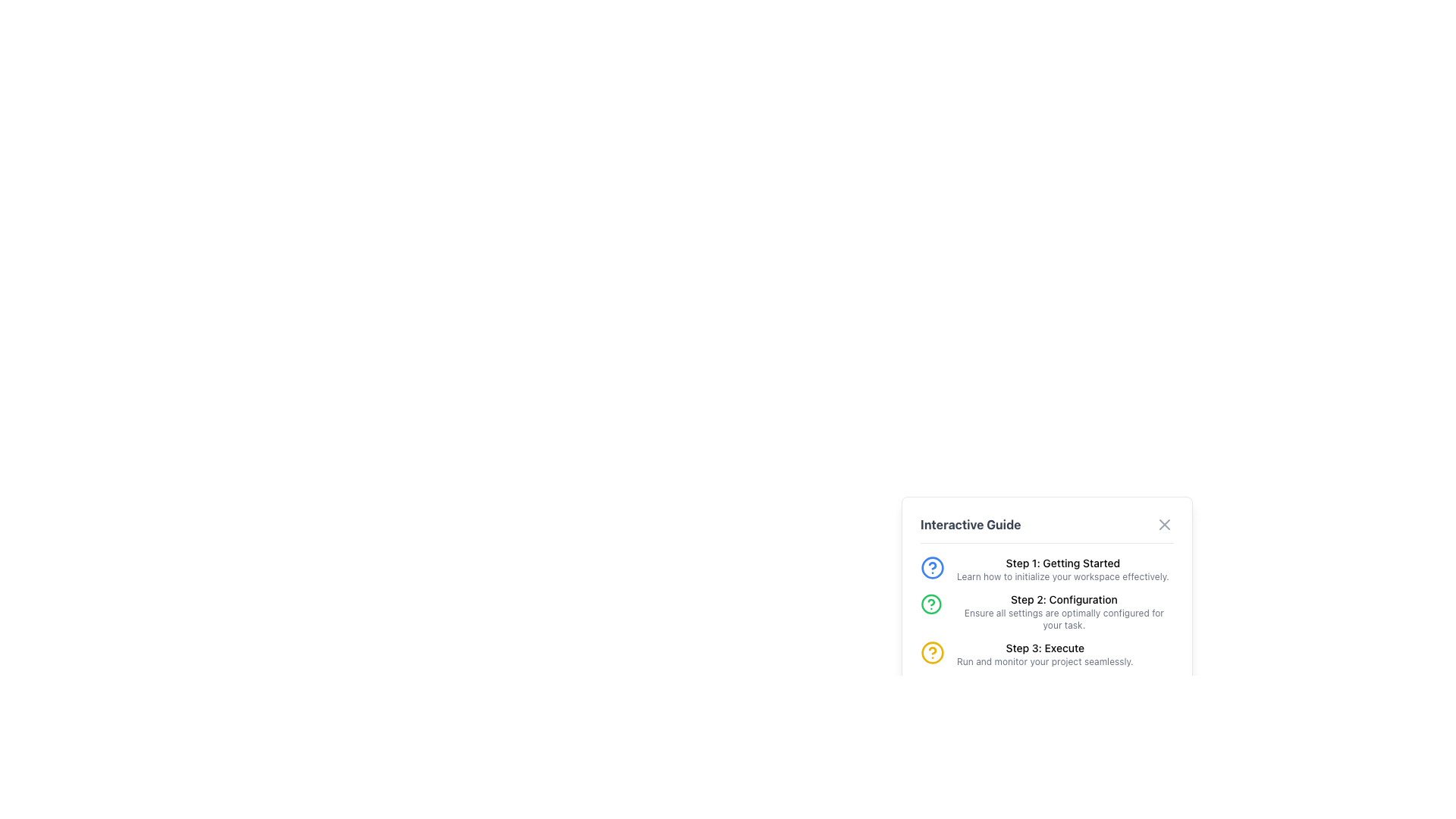 The image size is (1456, 819). Describe the element at coordinates (931, 567) in the screenshot. I see `the circle icon within the SVG group that represents the 'Getting Started' step in the guide, which is adjacent to the 'Step 1: Getting Started' text` at that location.